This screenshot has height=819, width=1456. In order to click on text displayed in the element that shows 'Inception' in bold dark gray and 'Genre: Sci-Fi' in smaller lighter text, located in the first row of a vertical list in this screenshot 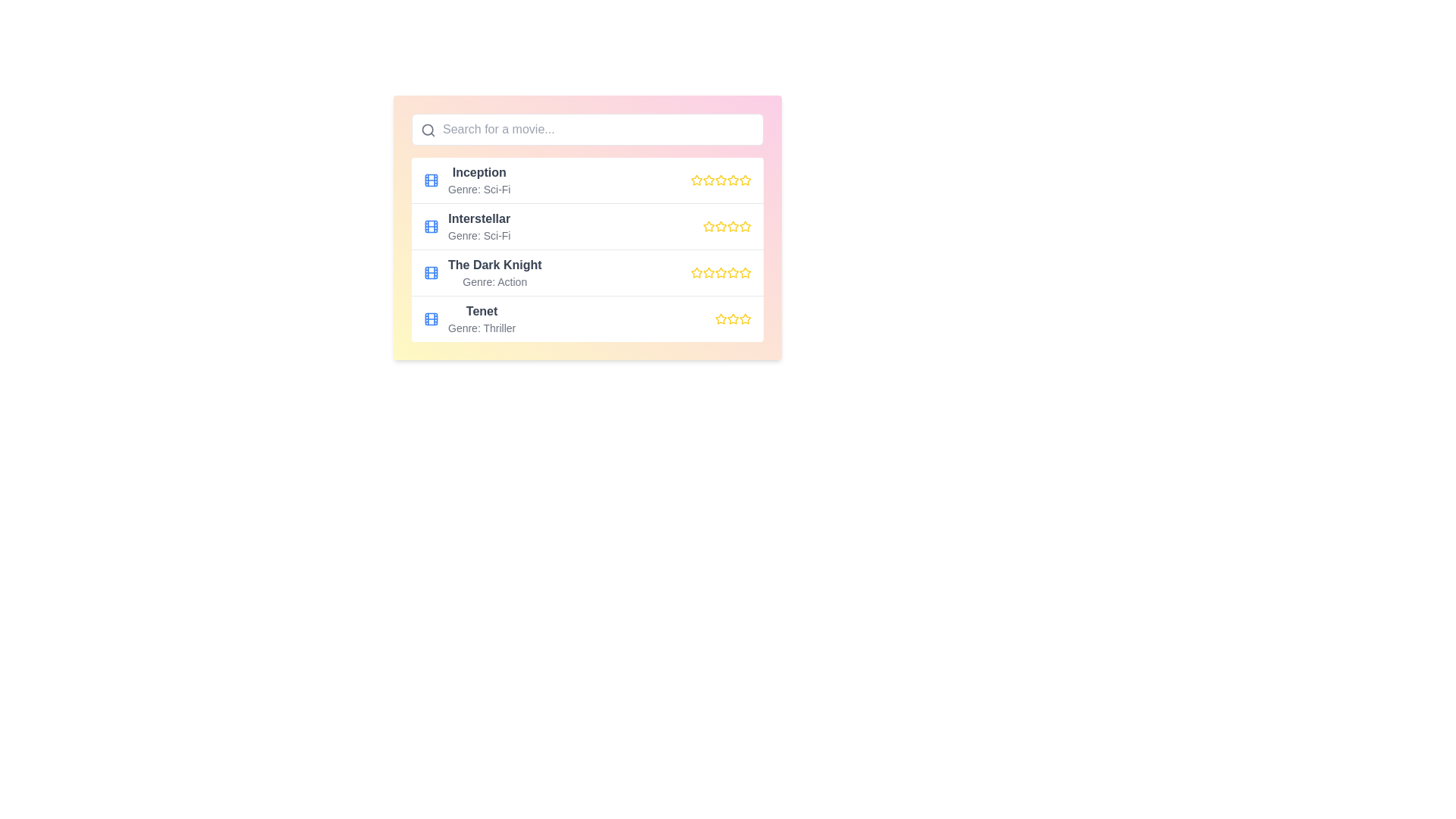, I will do `click(479, 180)`.